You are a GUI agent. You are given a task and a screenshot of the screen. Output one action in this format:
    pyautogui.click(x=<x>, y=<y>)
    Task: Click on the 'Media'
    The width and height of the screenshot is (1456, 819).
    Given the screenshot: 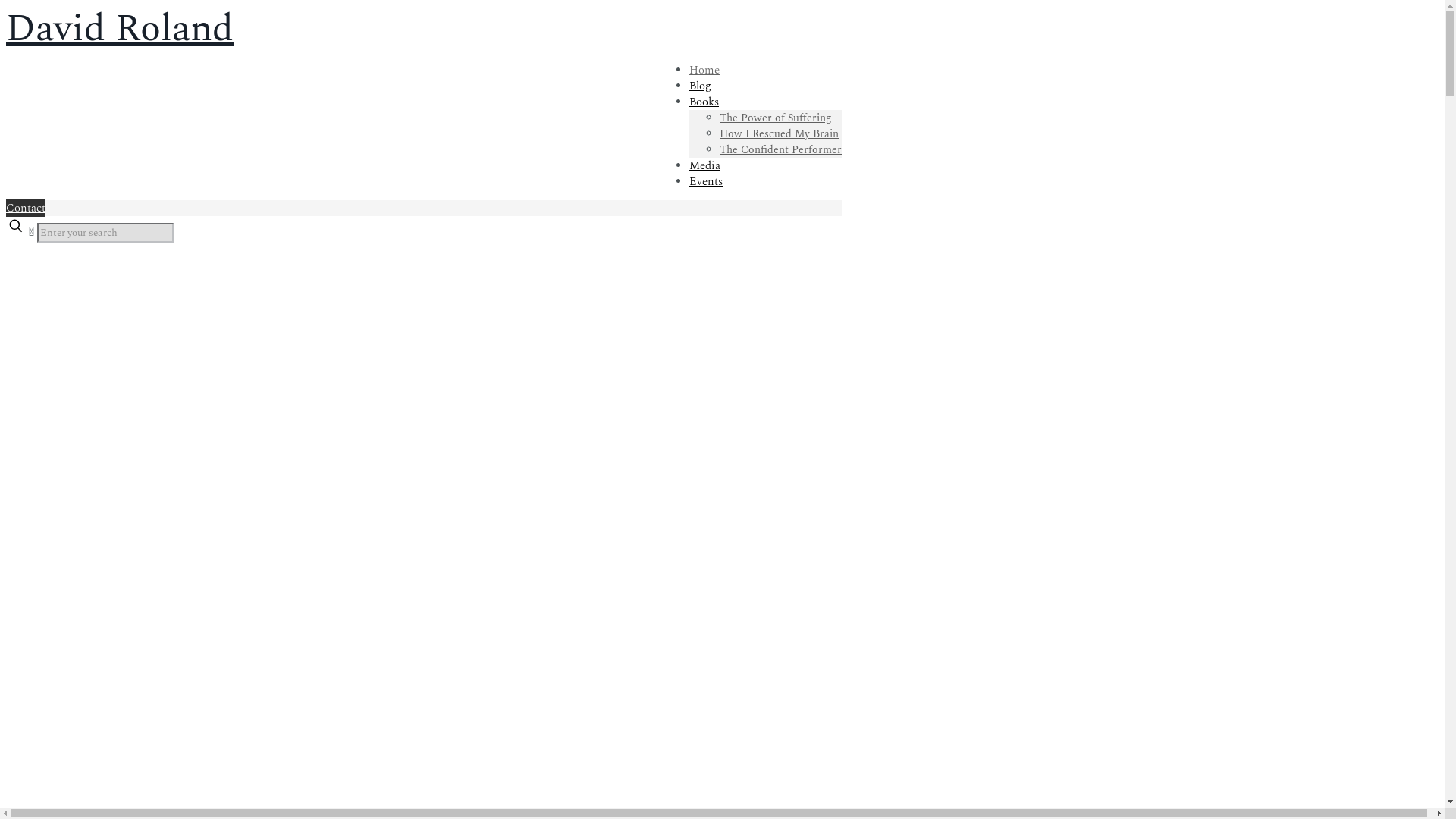 What is the action you would take?
    pyautogui.click(x=704, y=165)
    